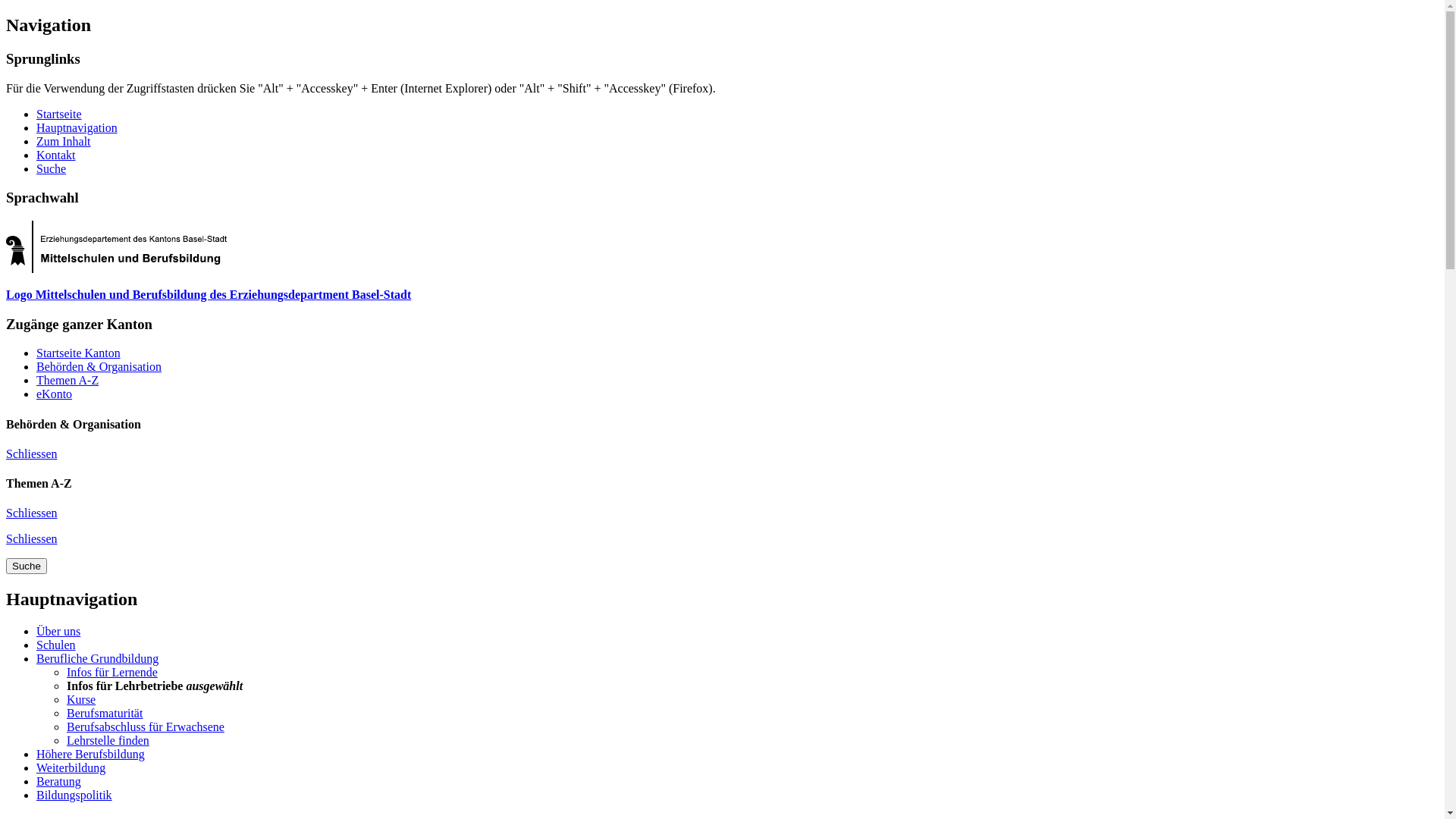  What do you see at coordinates (36, 141) in the screenshot?
I see `'Zum Inhalt'` at bounding box center [36, 141].